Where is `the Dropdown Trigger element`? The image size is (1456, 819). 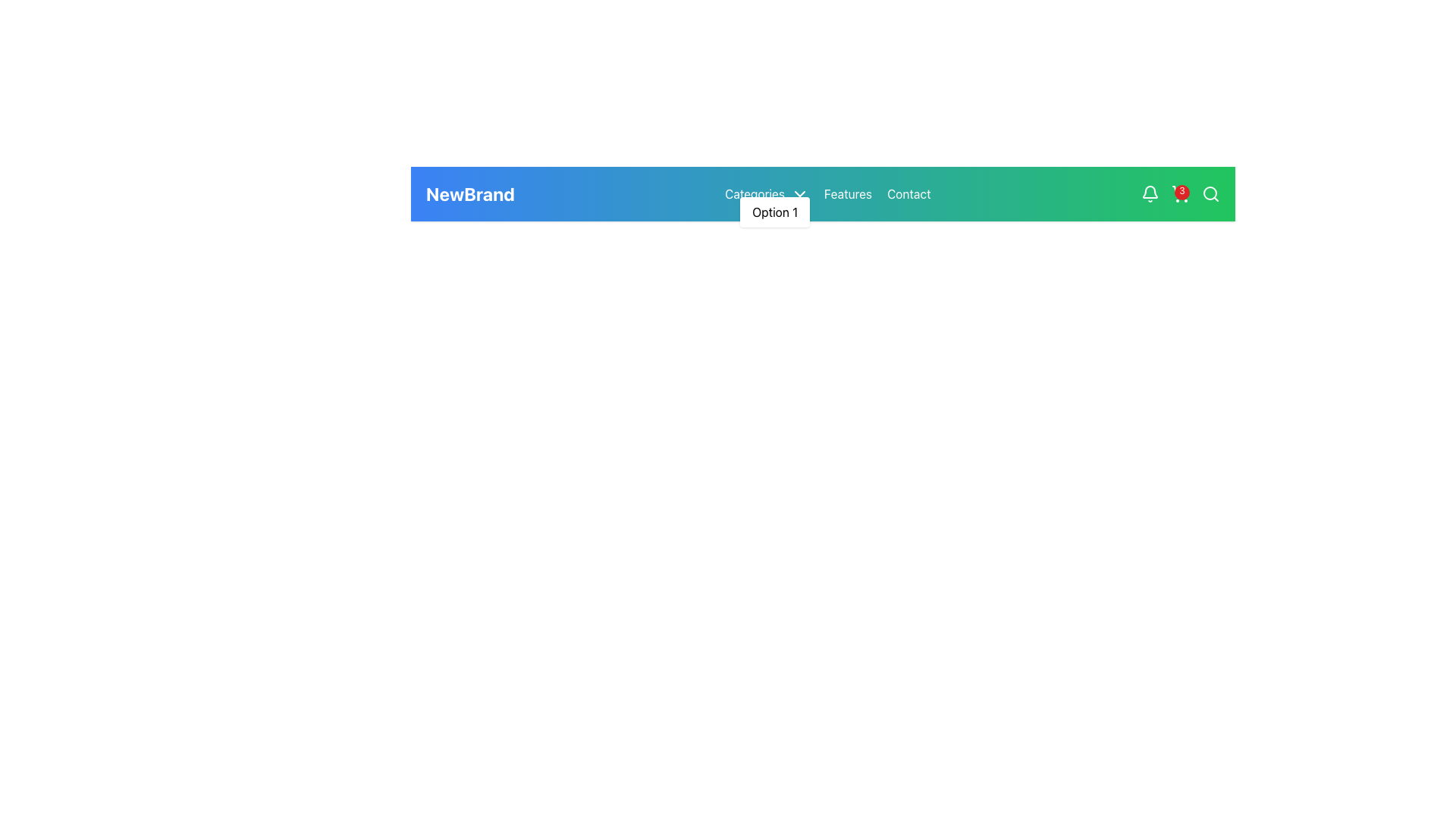 the Dropdown Trigger element is located at coordinates (767, 193).